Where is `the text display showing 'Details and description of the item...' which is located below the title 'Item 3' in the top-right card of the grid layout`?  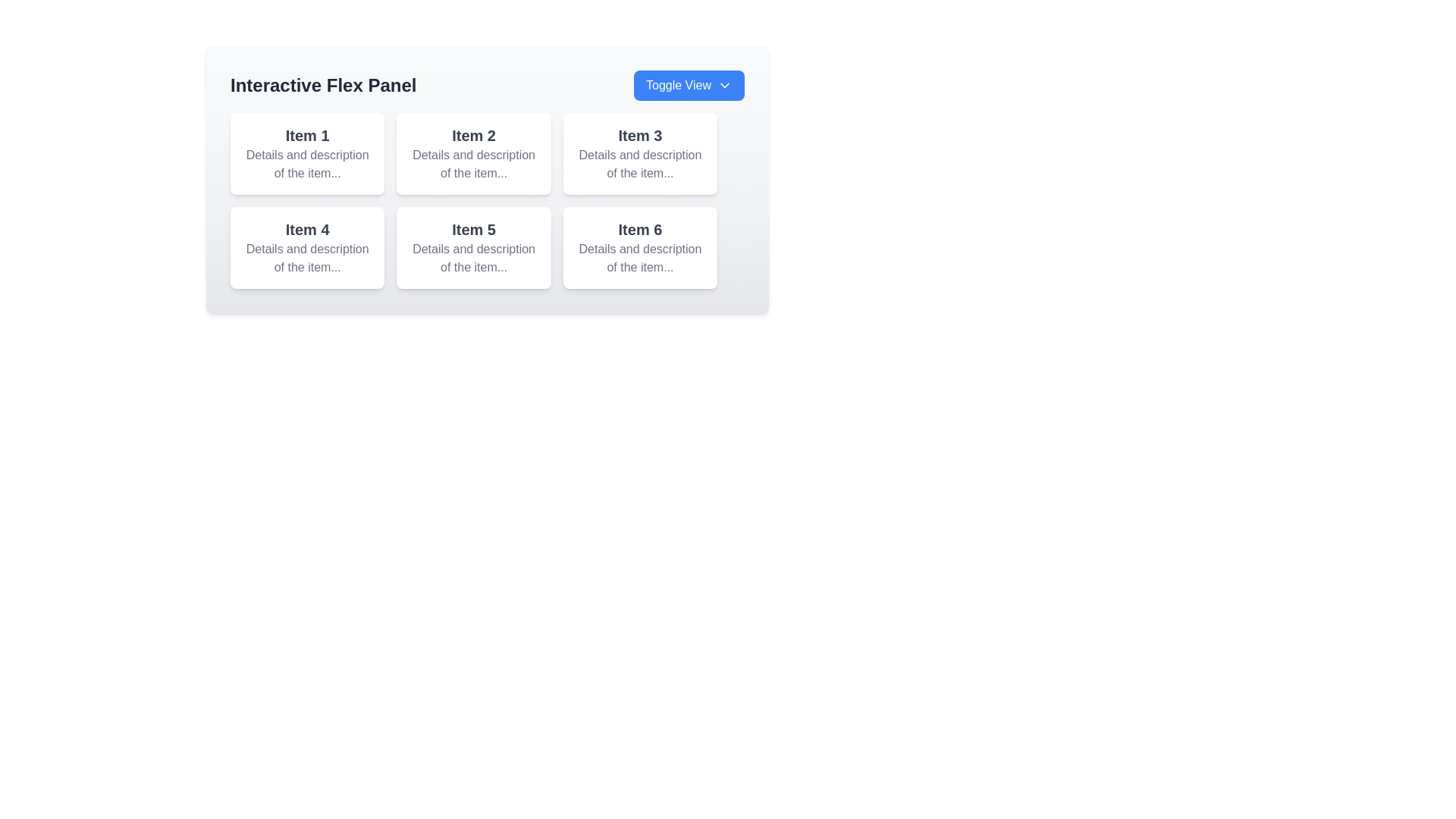
the text display showing 'Details and description of the item...' which is located below the title 'Item 3' in the top-right card of the grid layout is located at coordinates (640, 164).